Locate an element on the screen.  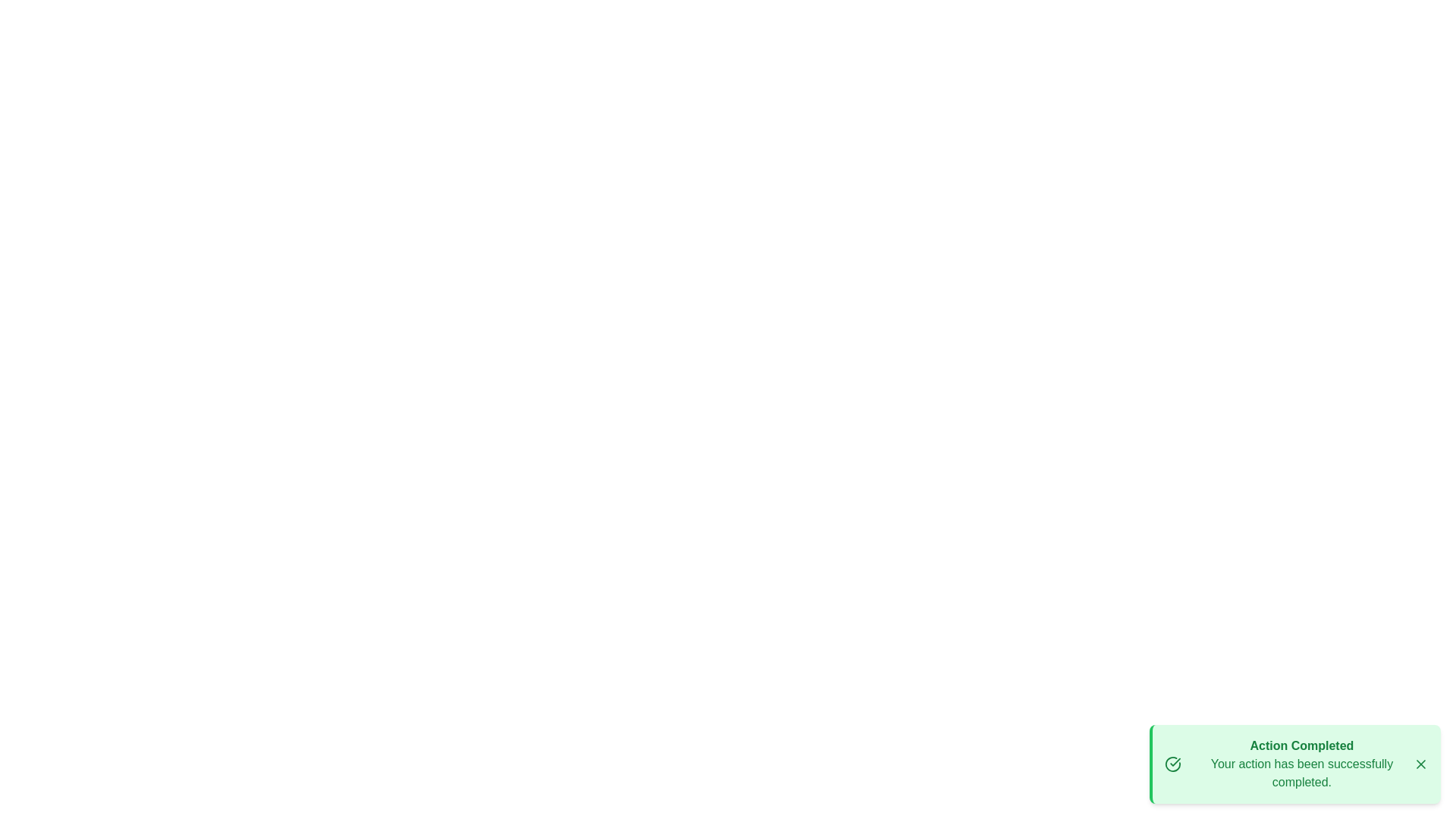
the close button to dismiss the notification is located at coordinates (1420, 764).